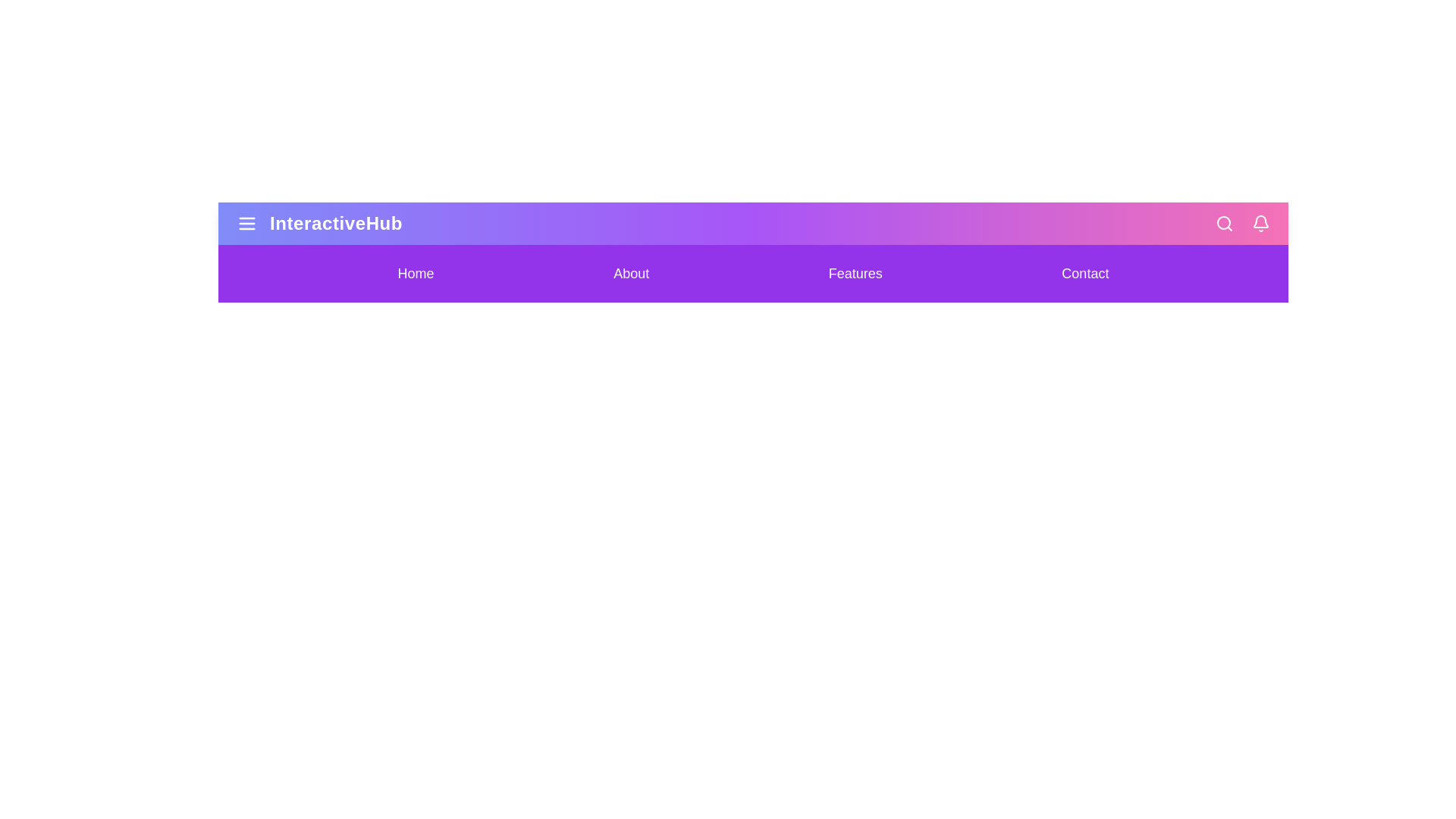  Describe the element at coordinates (247, 223) in the screenshot. I see `the menu icon to toggle the visibility of the menu` at that location.